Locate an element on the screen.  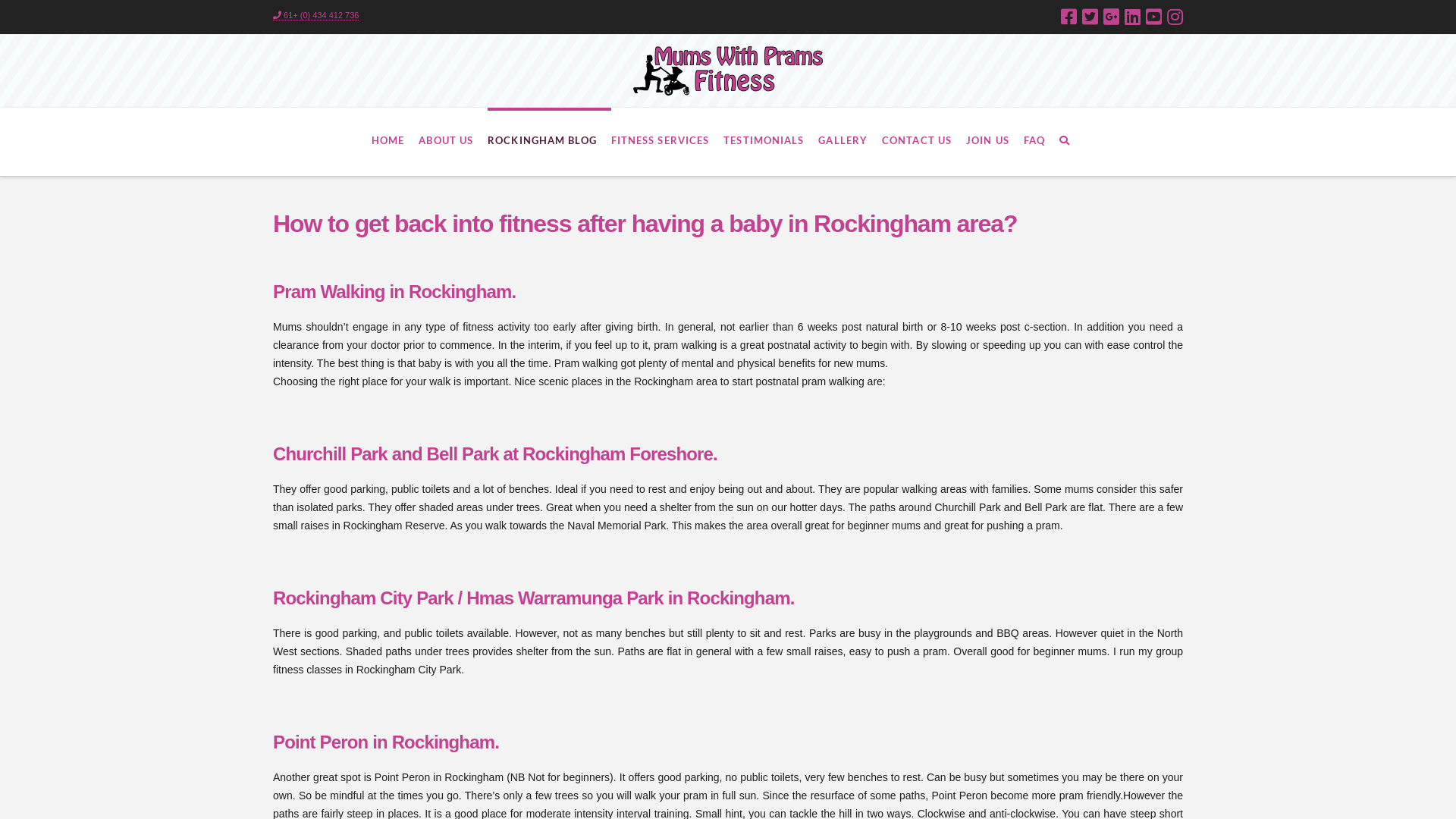
'FITNESS SERVICES' is located at coordinates (667, 141).